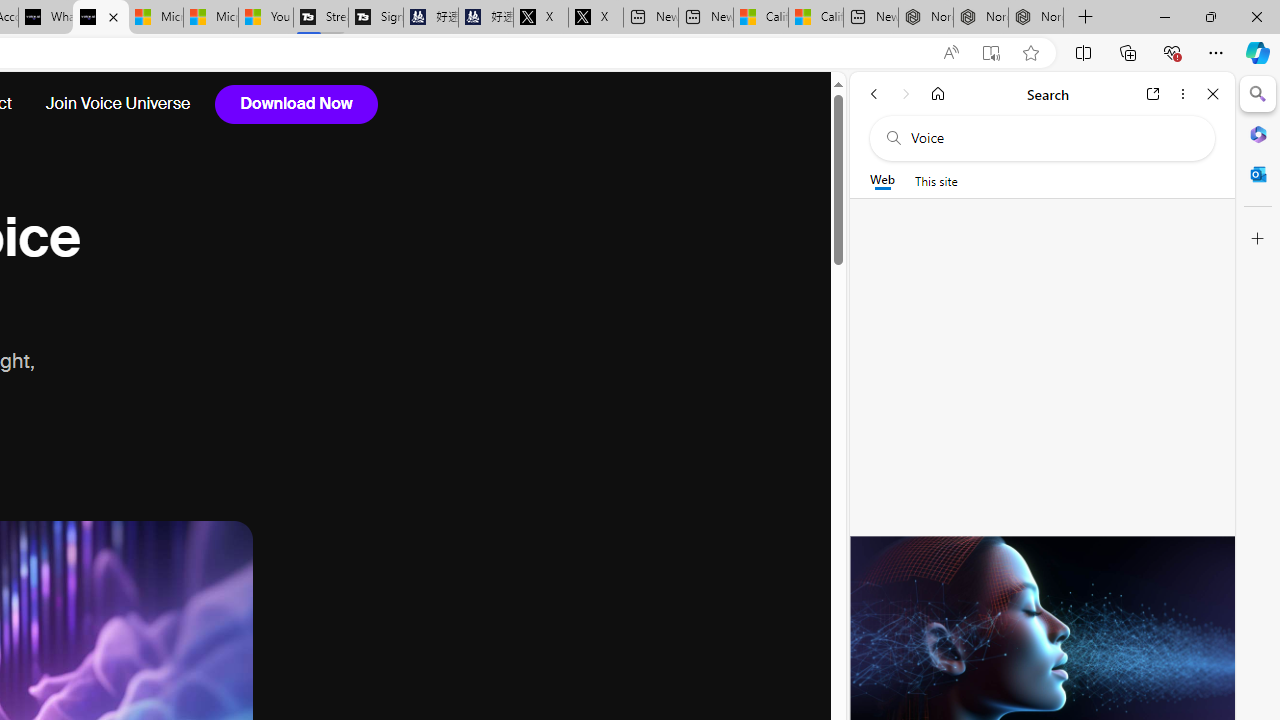 The height and width of the screenshot is (720, 1280). Describe the element at coordinates (1257, 173) in the screenshot. I see `'Outlook'` at that location.